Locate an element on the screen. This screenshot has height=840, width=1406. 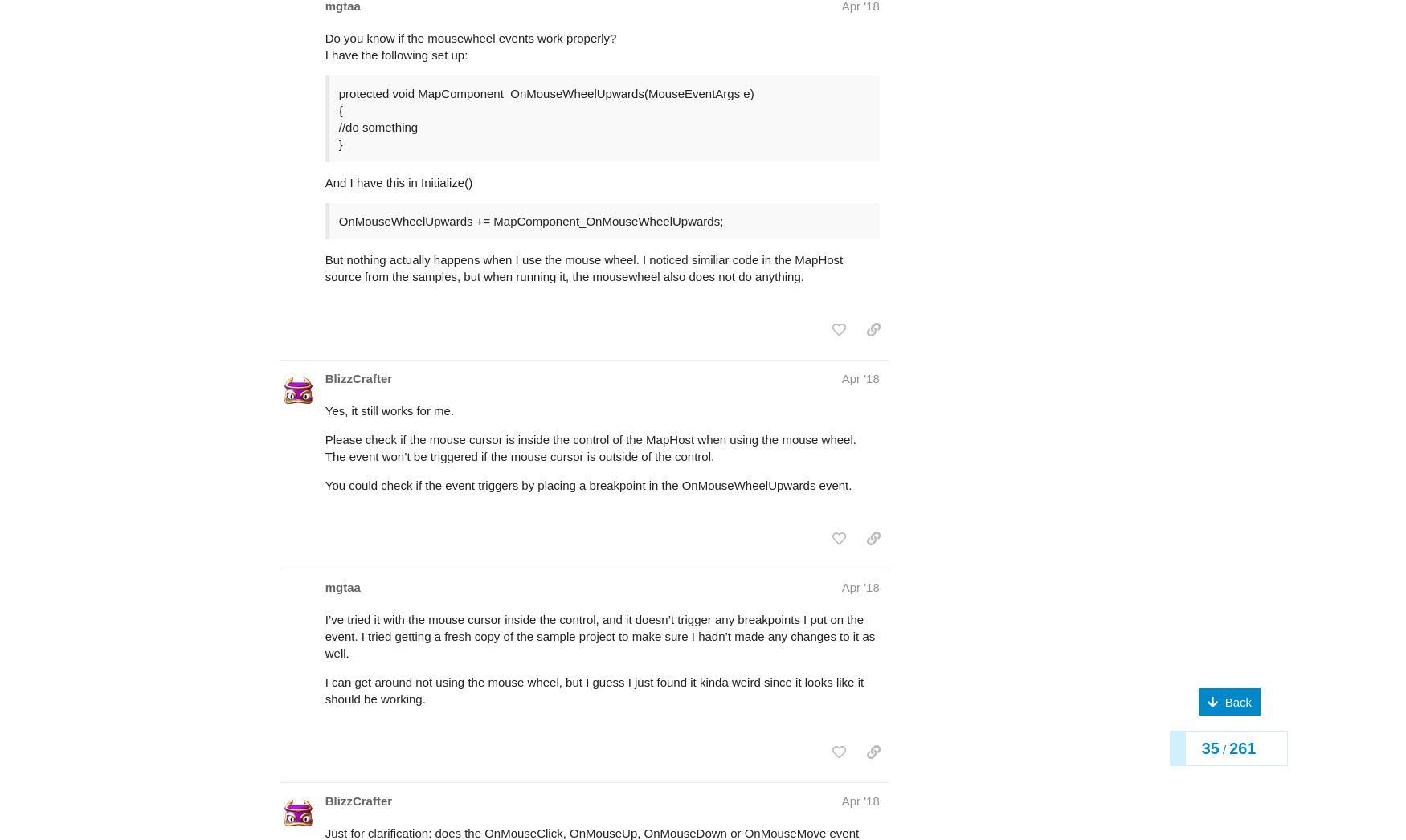
'//do something' is located at coordinates (337, 63).